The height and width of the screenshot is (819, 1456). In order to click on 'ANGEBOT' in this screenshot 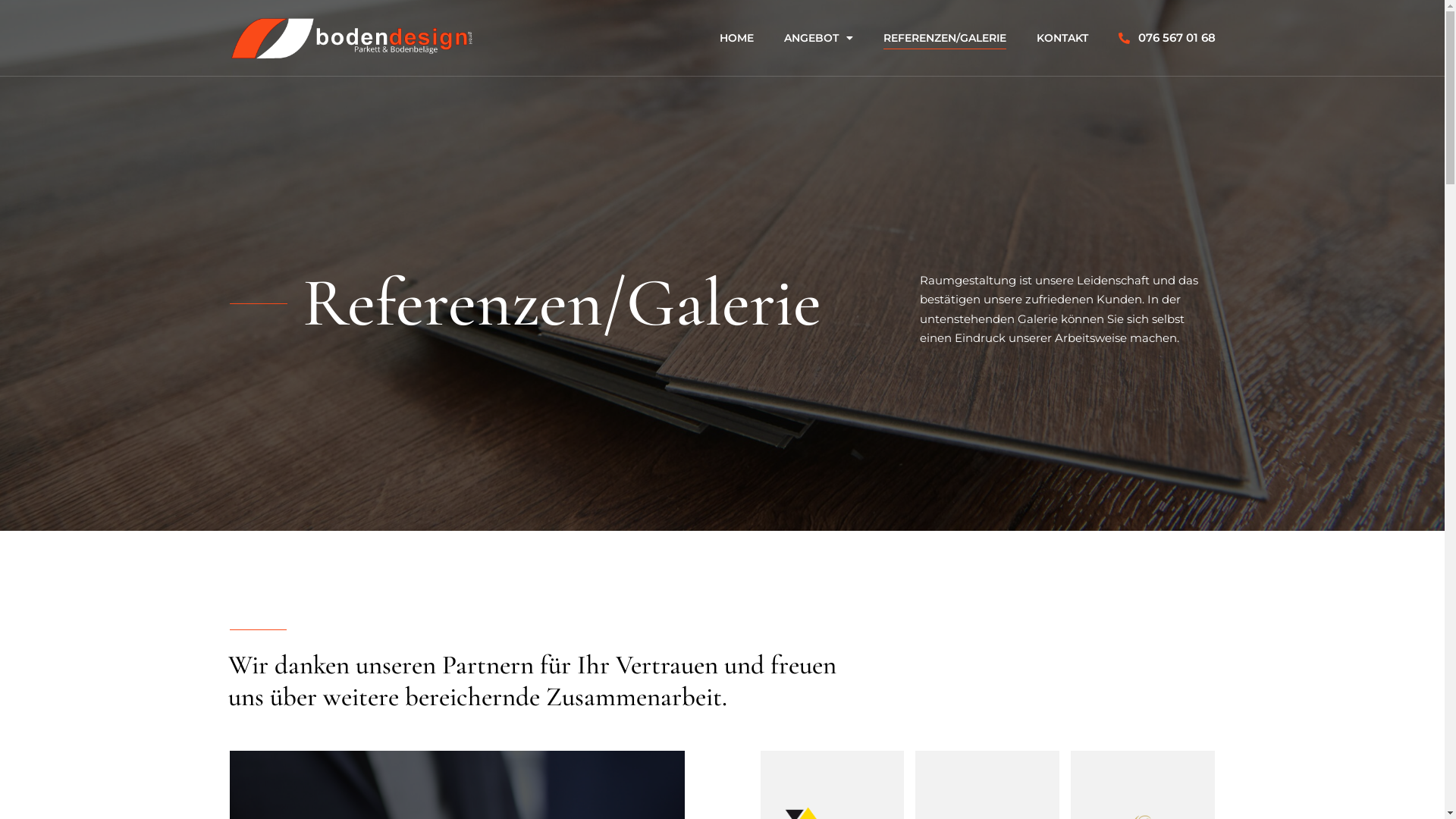, I will do `click(817, 37)`.